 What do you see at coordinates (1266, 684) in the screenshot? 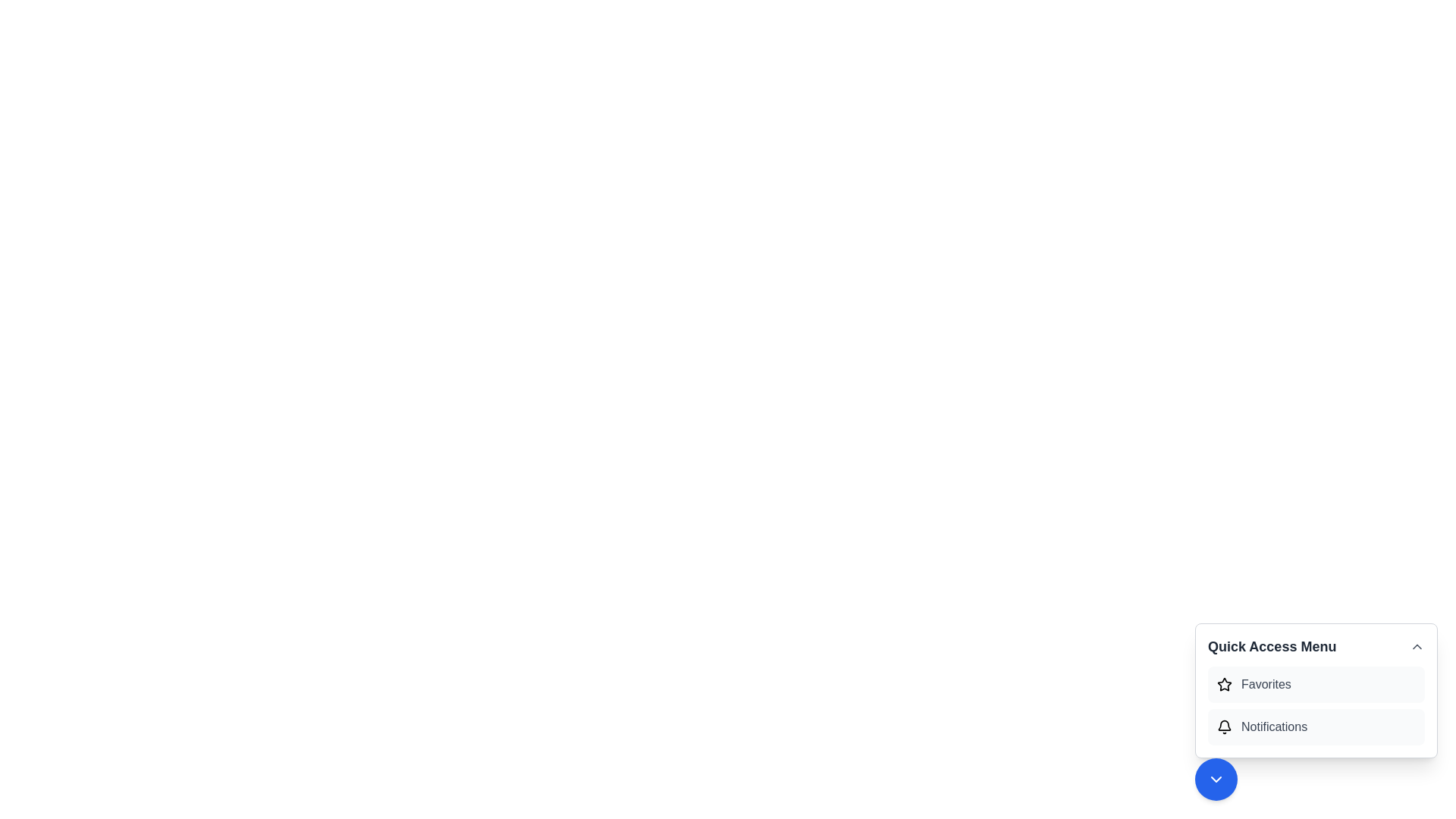
I see `the 'Favorites' label, which is positioned to the right of a star icon in the interactive horizontal menu item with a light gray background` at bounding box center [1266, 684].